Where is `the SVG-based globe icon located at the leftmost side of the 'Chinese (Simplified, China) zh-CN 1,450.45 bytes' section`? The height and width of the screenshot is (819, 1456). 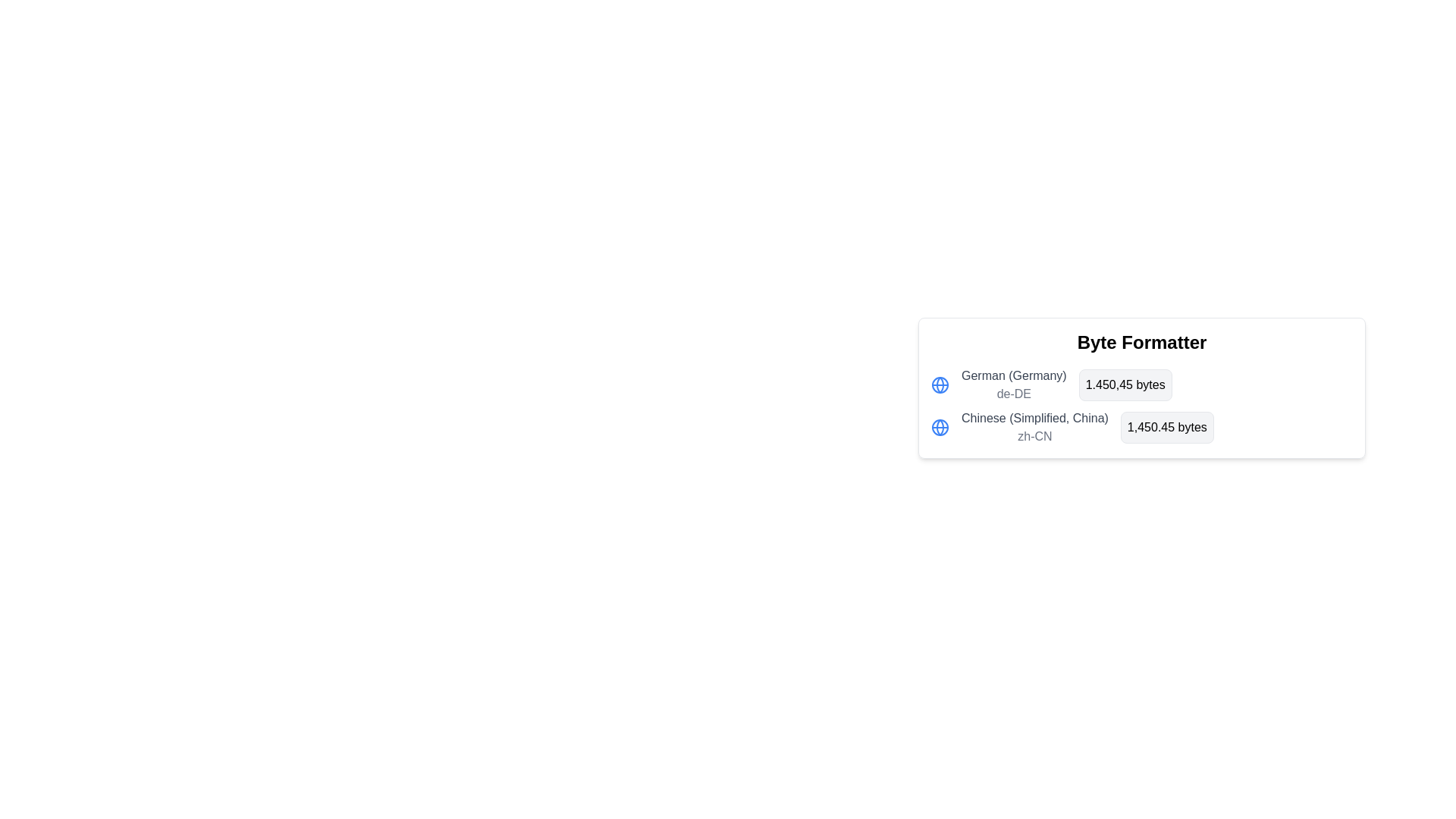 the SVG-based globe icon located at the leftmost side of the 'Chinese (Simplified, China) zh-CN 1,450.45 bytes' section is located at coordinates (939, 427).